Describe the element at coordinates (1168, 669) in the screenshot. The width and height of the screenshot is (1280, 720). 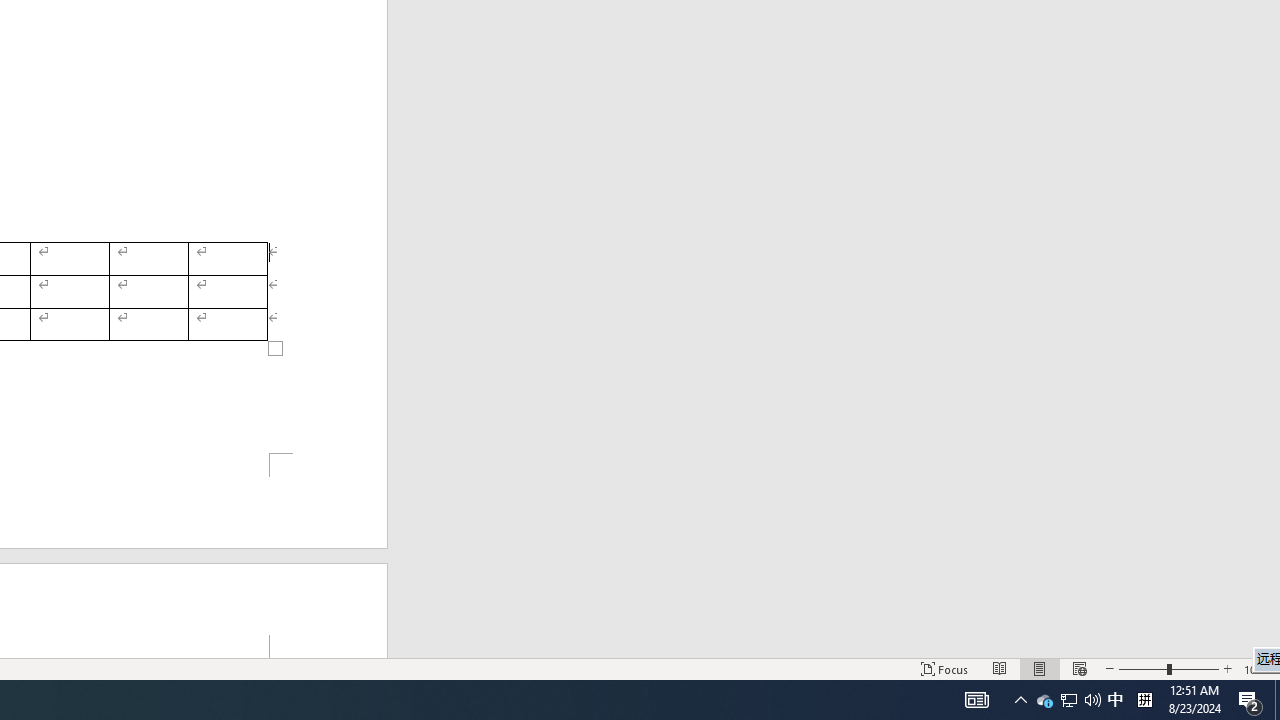
I see `'Zoom'` at that location.